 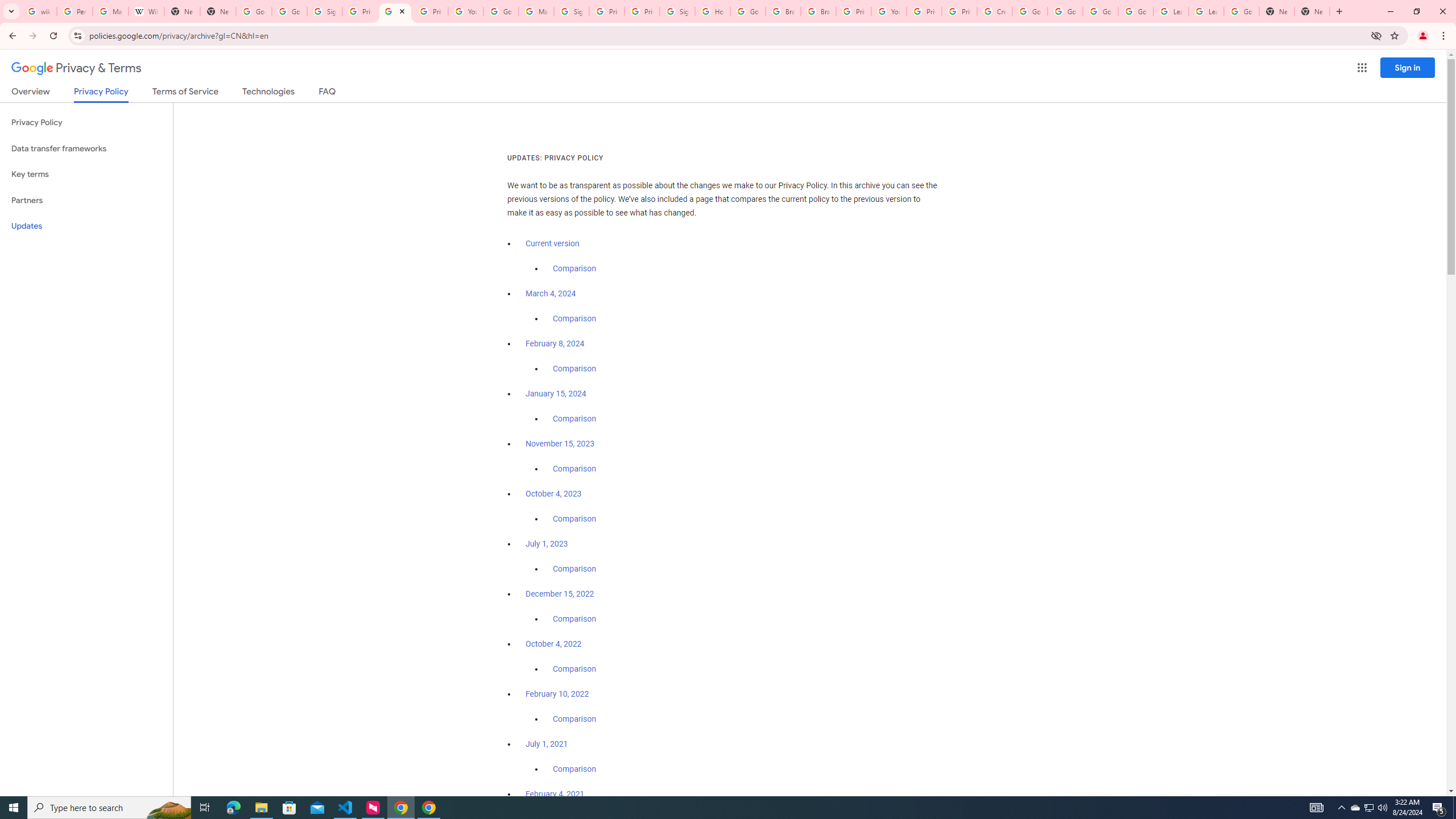 What do you see at coordinates (1312, 11) in the screenshot?
I see `'New Tab'` at bounding box center [1312, 11].